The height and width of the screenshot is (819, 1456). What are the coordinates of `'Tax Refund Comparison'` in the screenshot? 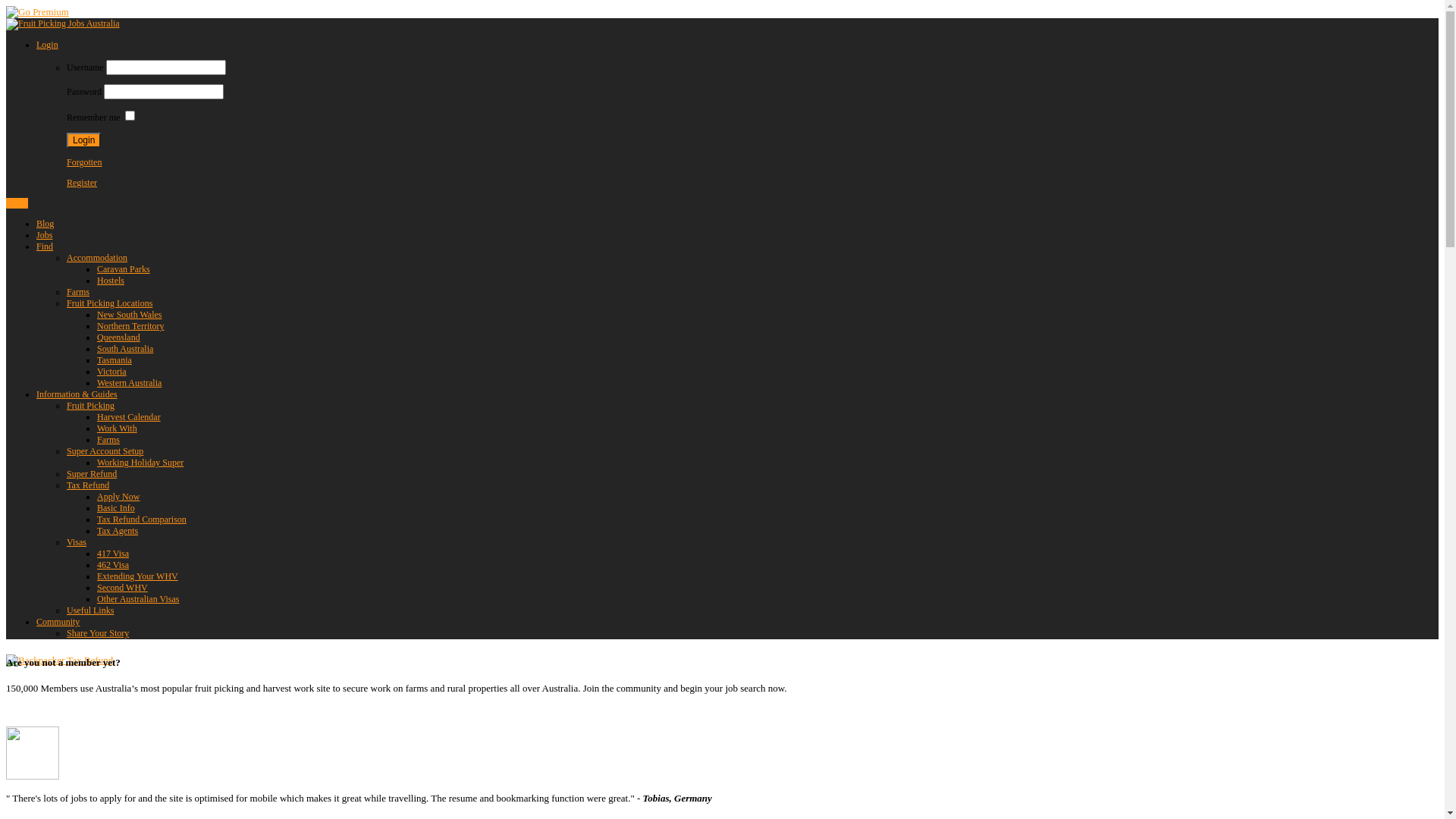 It's located at (142, 519).